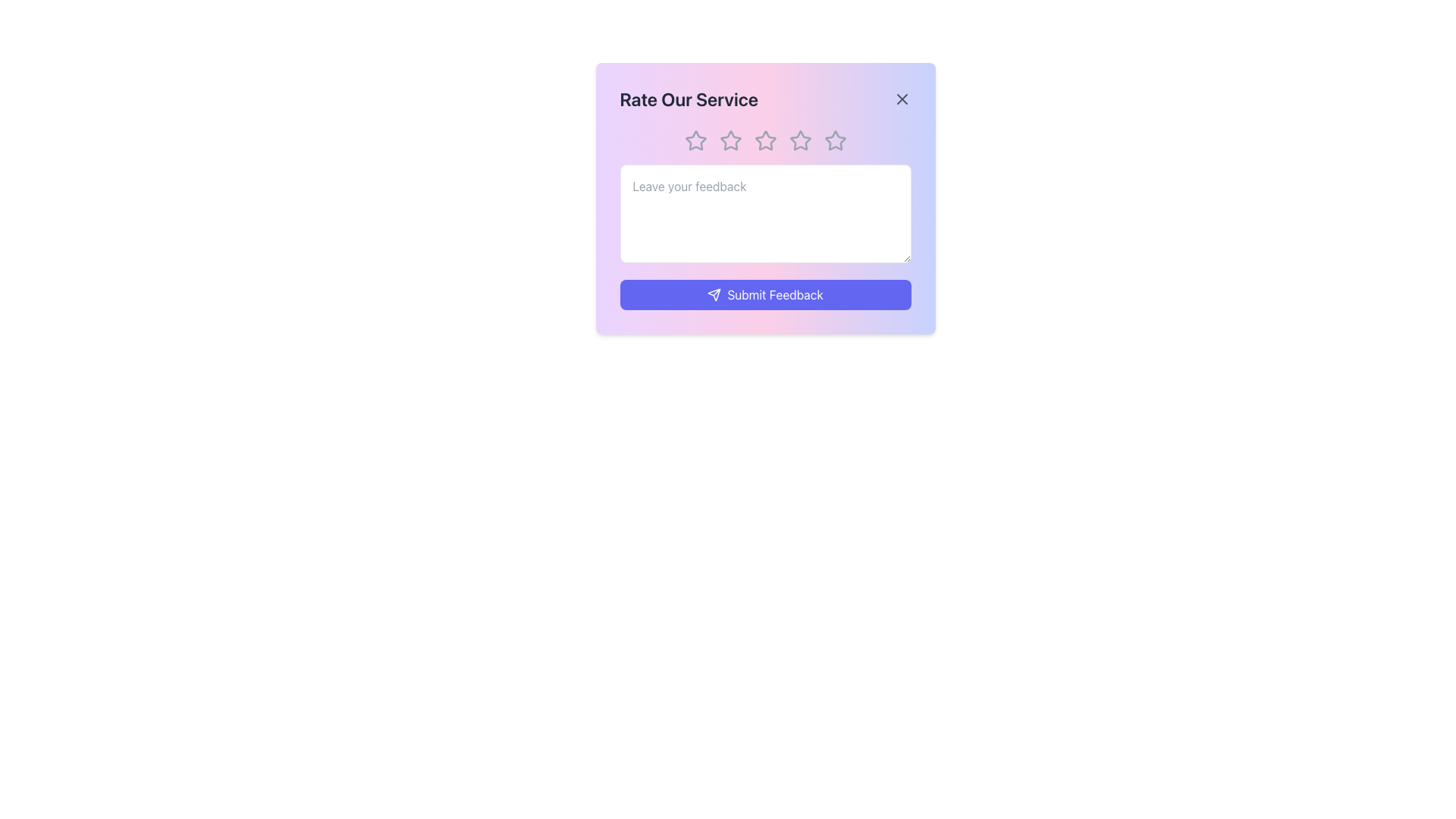  I want to click on vector graphic icon representing the action of sending feedback, located in the bottom center of the 'Rate Our Service' modal, for styling or scripting purposes, so click(714, 295).